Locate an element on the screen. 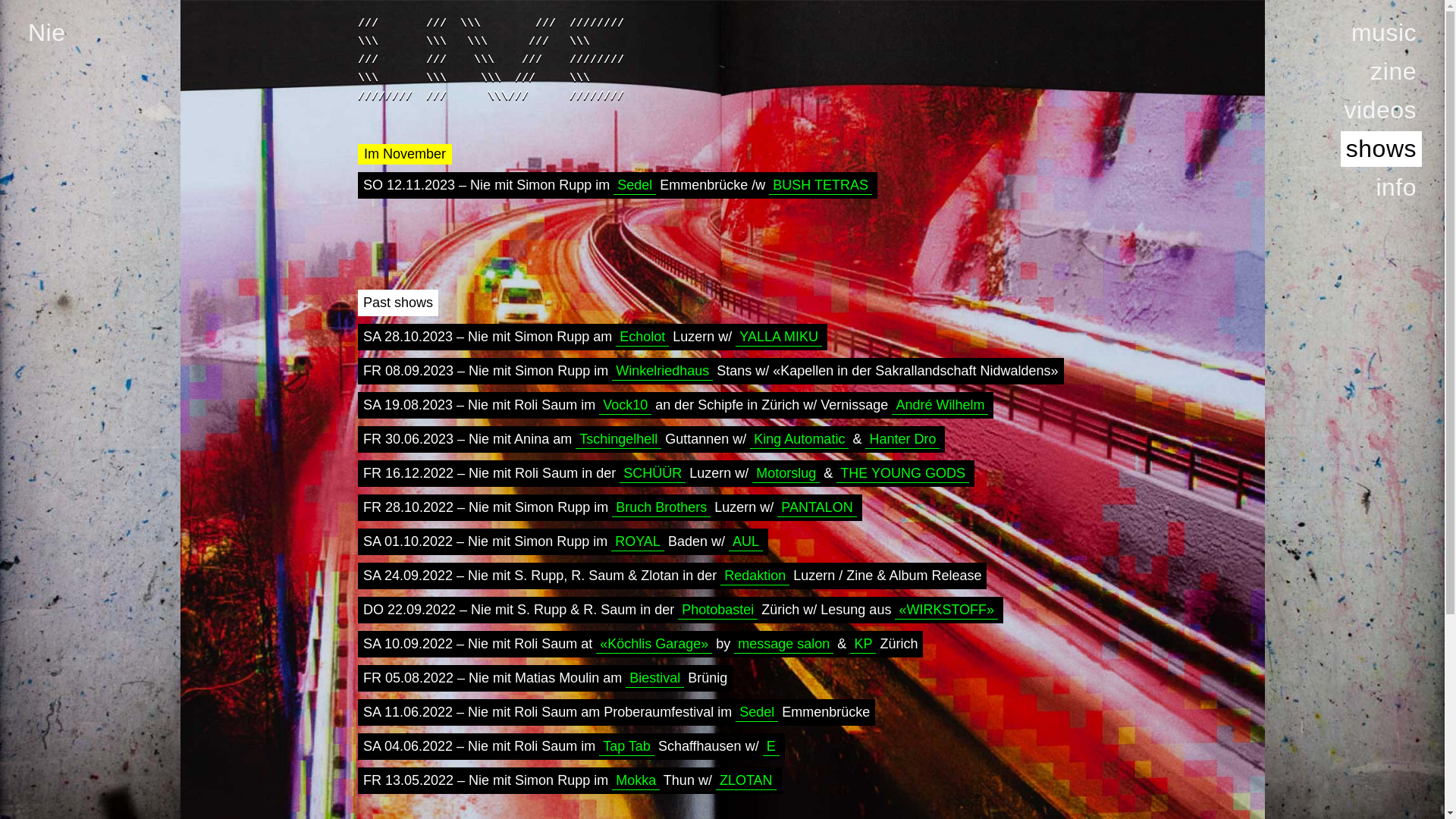  'zine' is located at coordinates (1393, 71).